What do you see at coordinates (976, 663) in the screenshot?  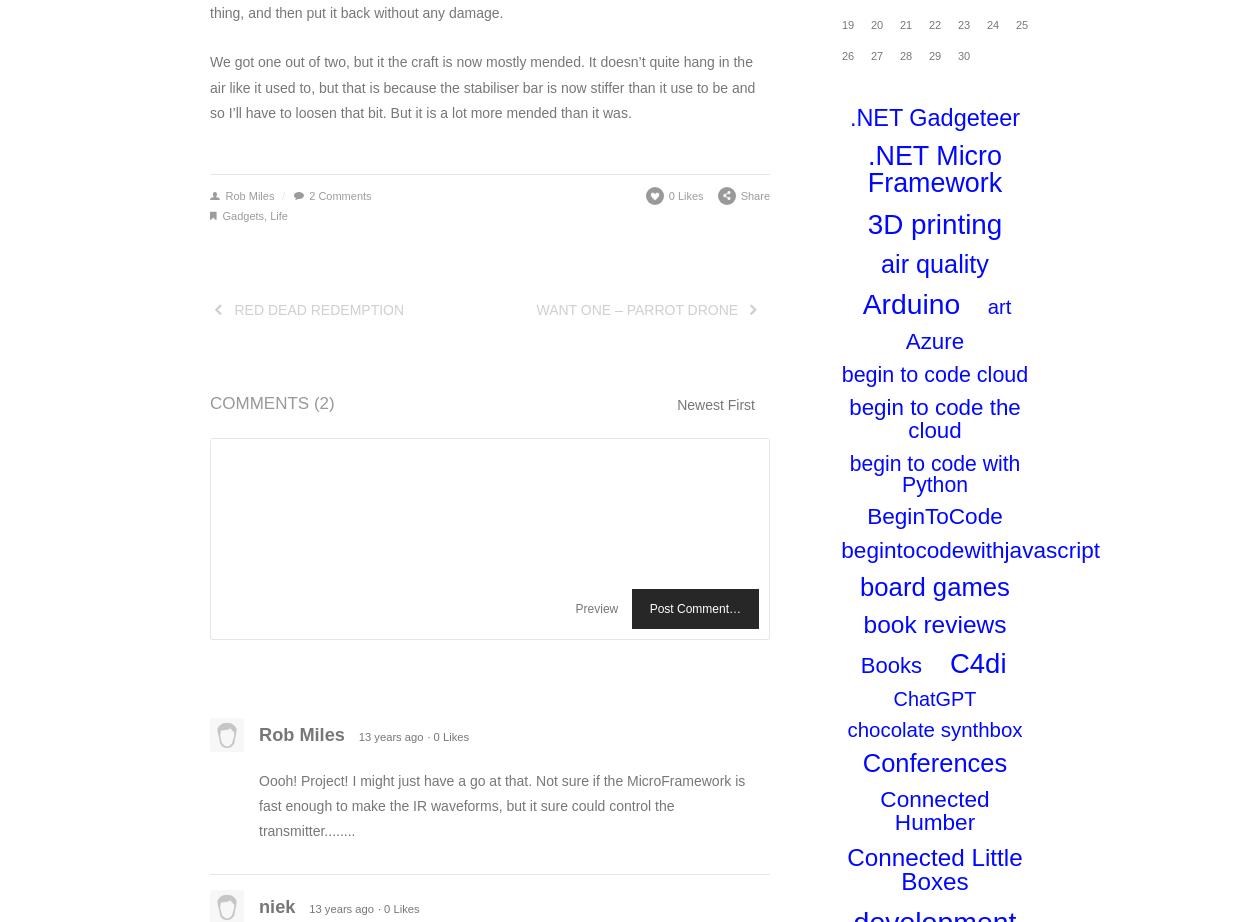 I see `'C4di'` at bounding box center [976, 663].